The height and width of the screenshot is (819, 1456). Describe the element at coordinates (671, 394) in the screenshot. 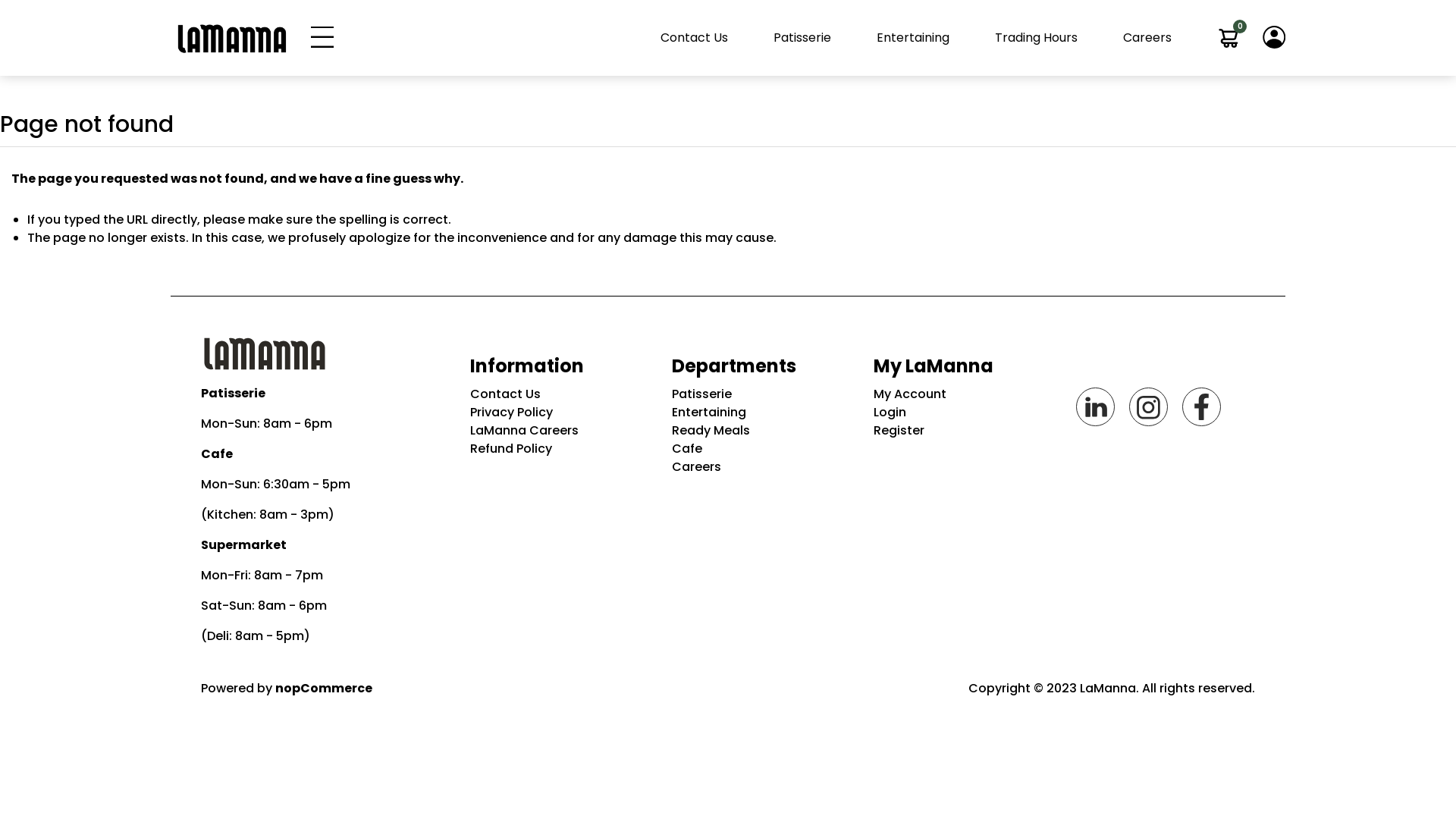

I see `'Patisserie'` at that location.